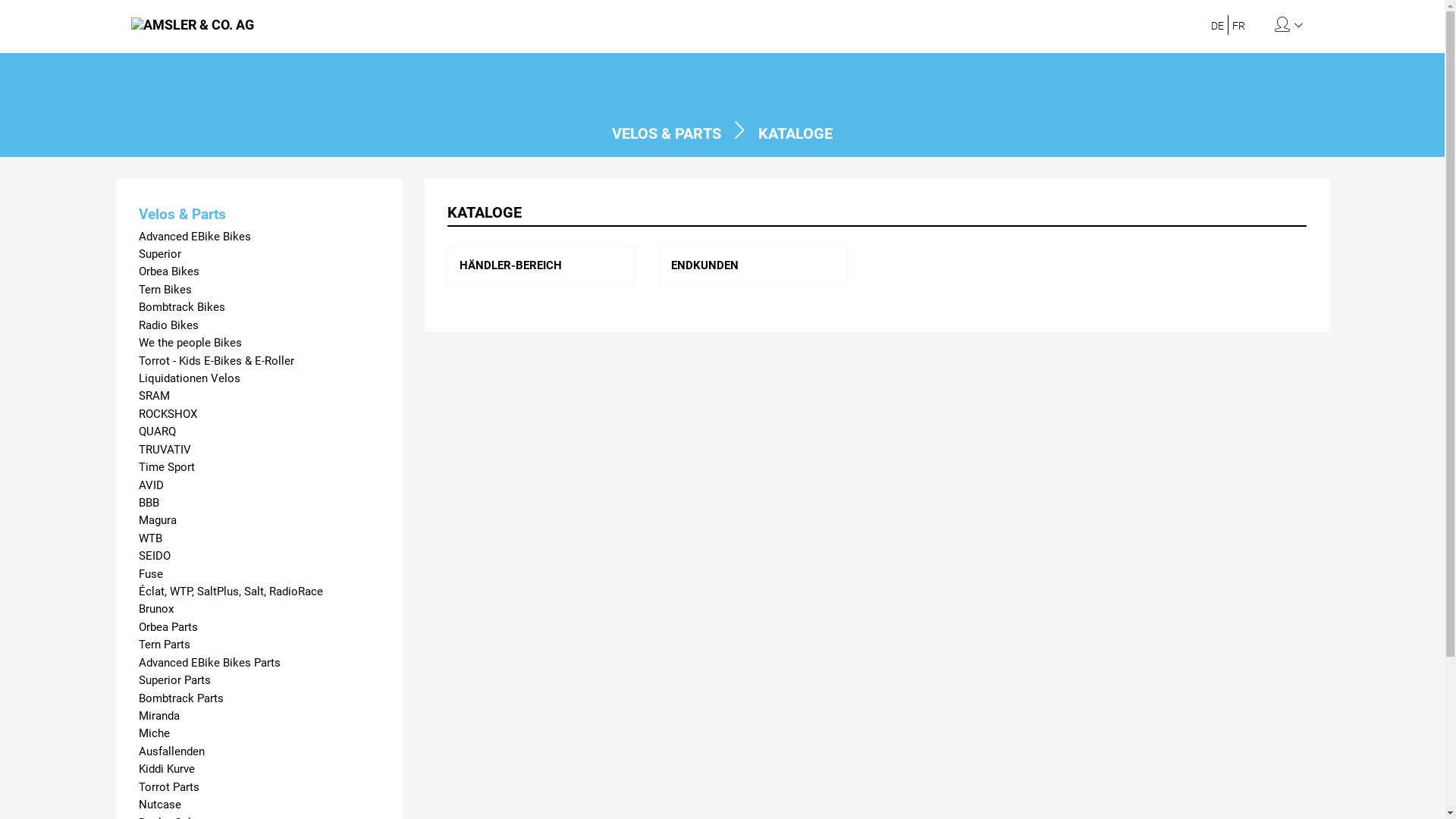 This screenshot has height=819, width=1456. I want to click on 'WTB', so click(138, 538).